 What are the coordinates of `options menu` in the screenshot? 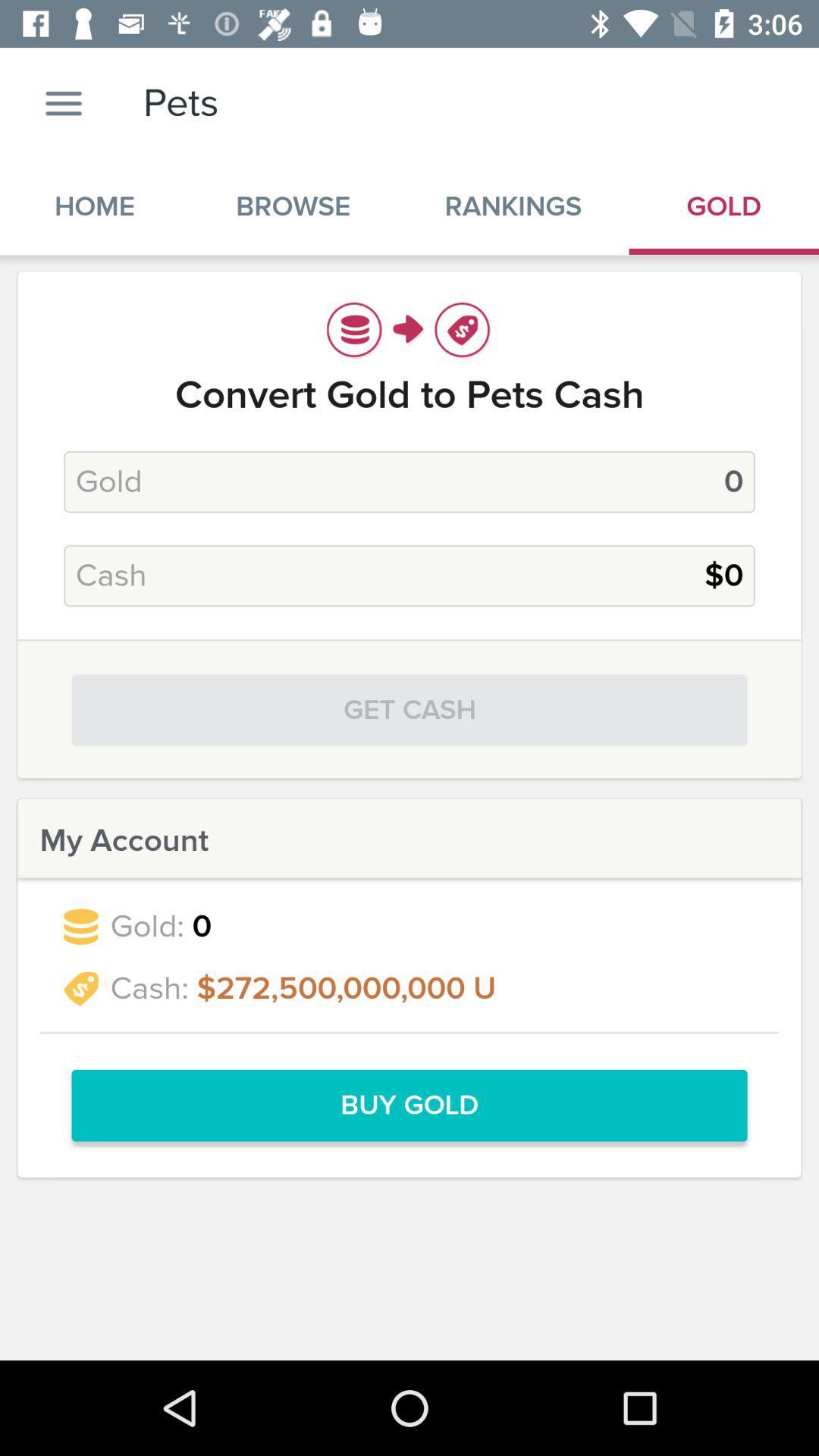 It's located at (63, 102).